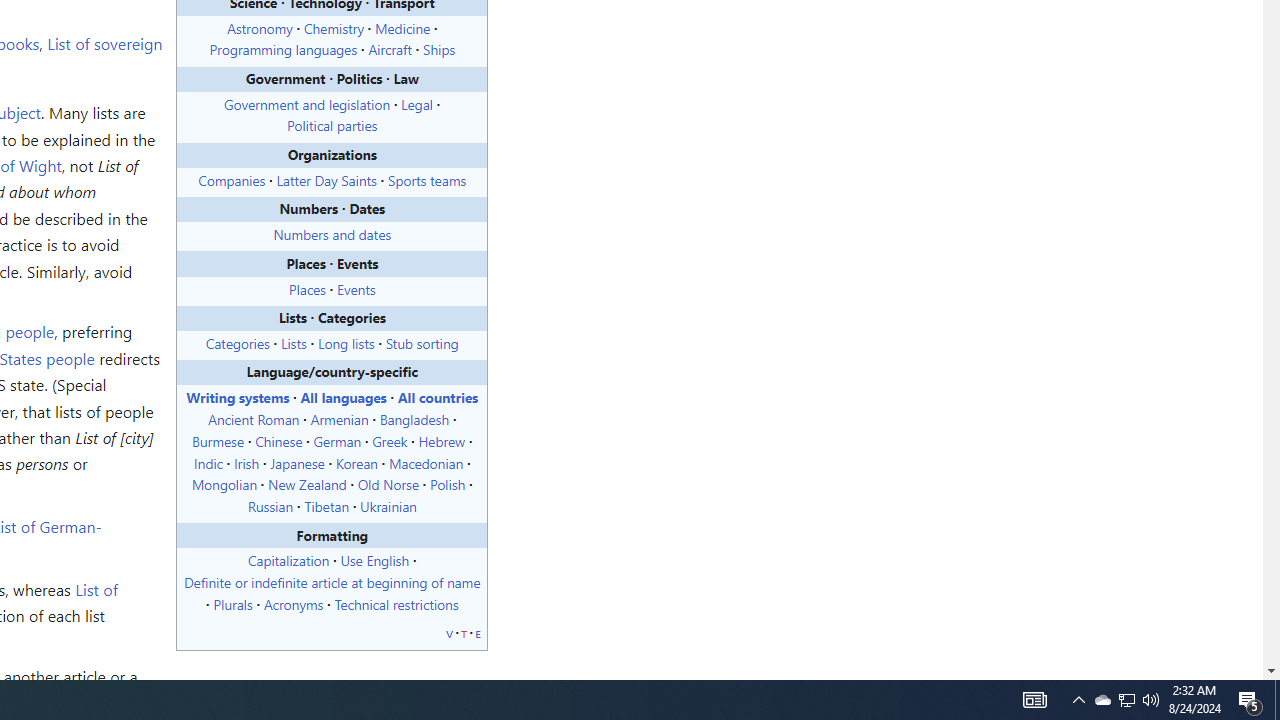 The image size is (1280, 720). What do you see at coordinates (425, 178) in the screenshot?
I see `'Sports teams'` at bounding box center [425, 178].